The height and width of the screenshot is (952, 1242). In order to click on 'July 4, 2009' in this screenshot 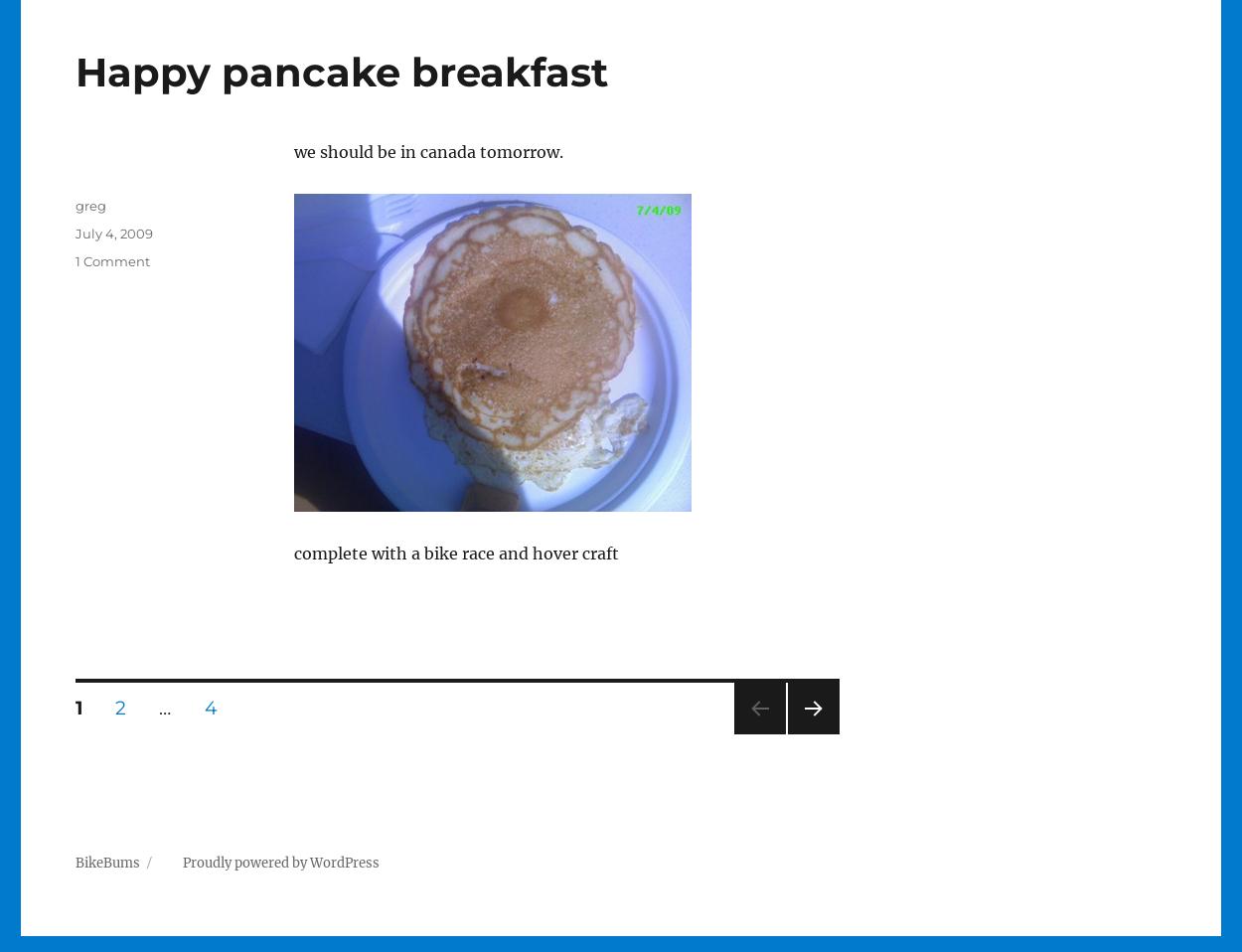, I will do `click(112, 232)`.